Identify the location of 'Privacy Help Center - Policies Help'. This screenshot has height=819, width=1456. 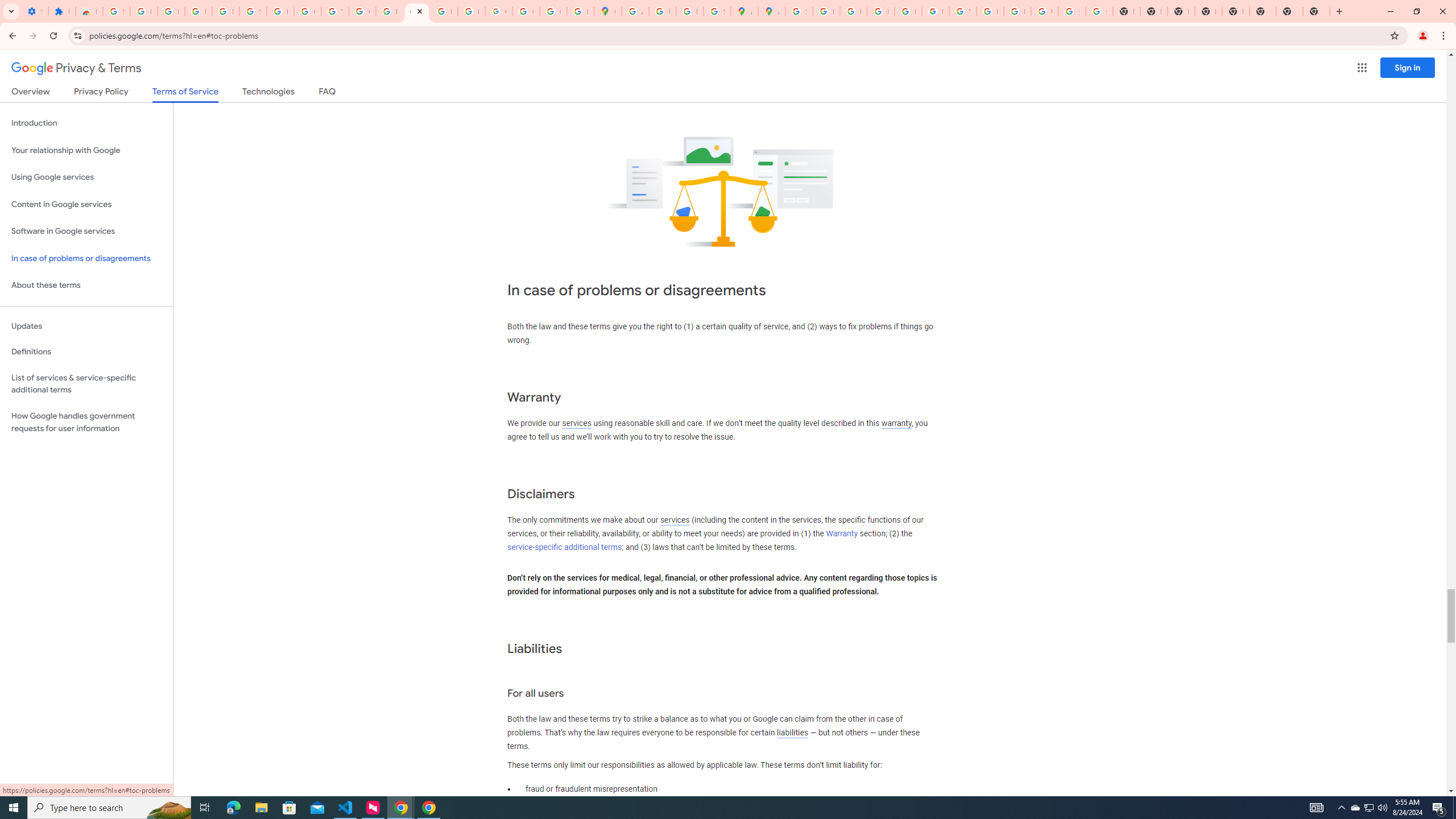
(853, 11).